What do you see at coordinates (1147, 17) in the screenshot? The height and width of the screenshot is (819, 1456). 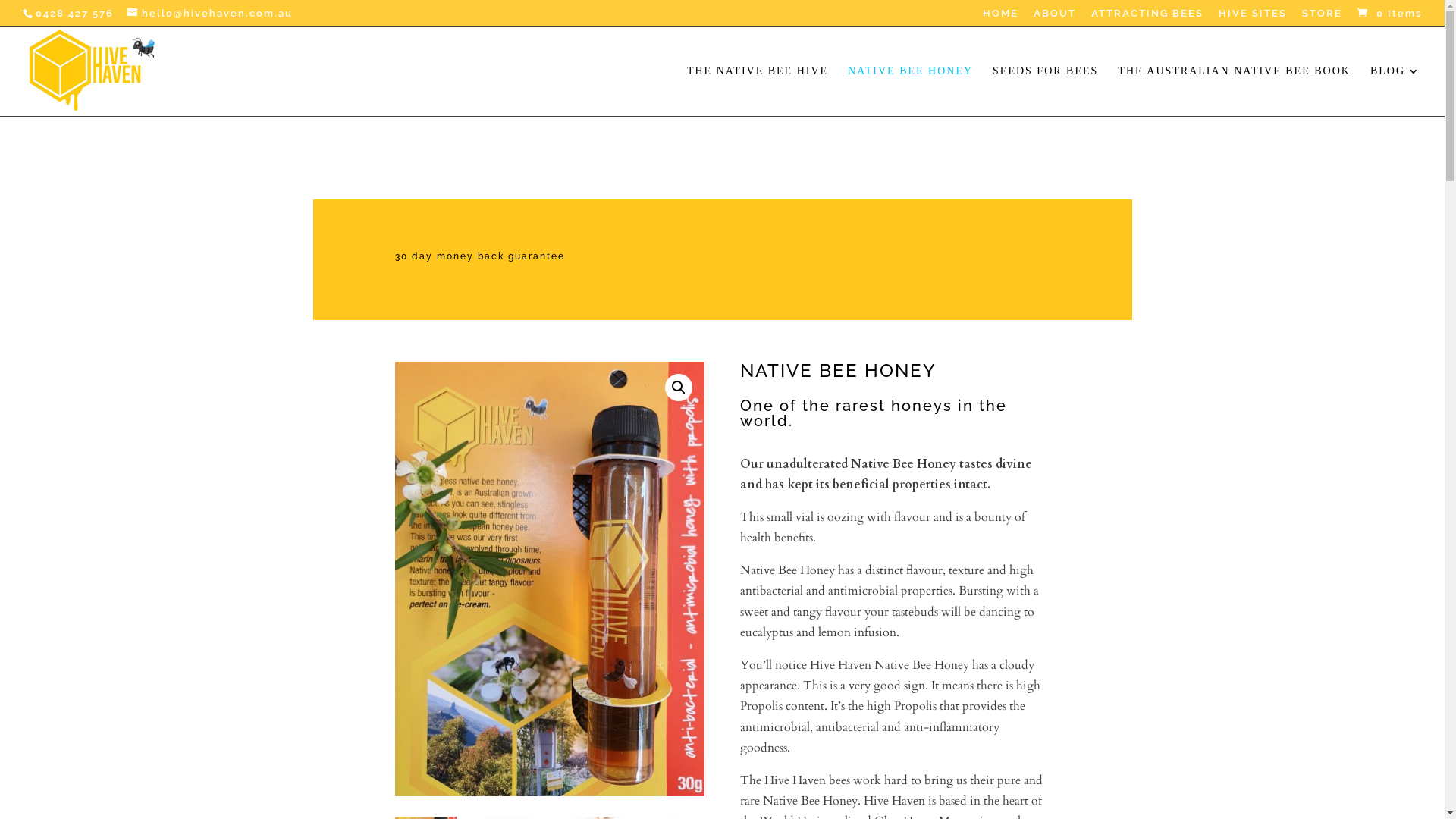 I see `'ATTRACTING BEES'` at bounding box center [1147, 17].